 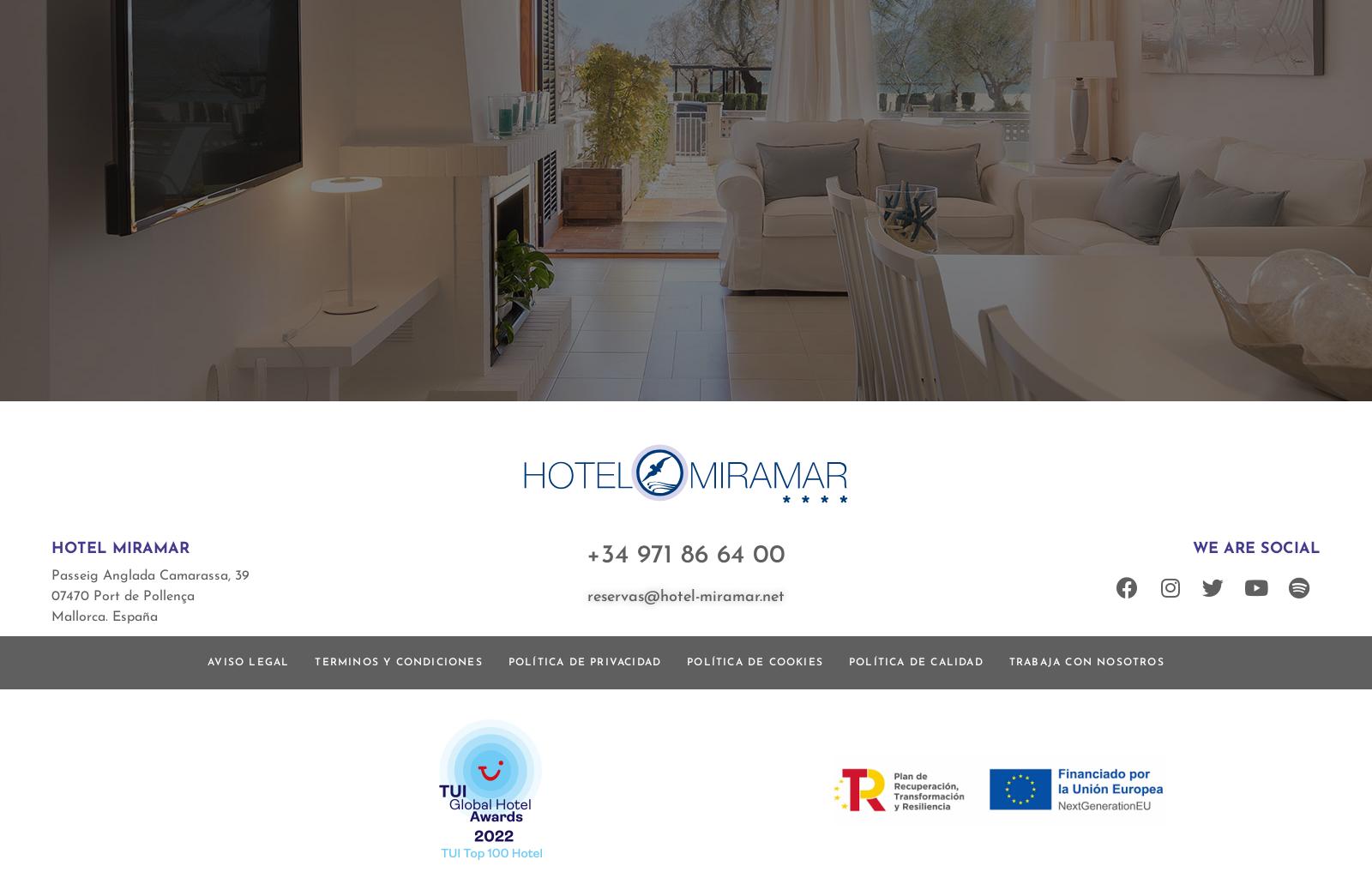 What do you see at coordinates (248, 661) in the screenshot?
I see `'Aviso Legal'` at bounding box center [248, 661].